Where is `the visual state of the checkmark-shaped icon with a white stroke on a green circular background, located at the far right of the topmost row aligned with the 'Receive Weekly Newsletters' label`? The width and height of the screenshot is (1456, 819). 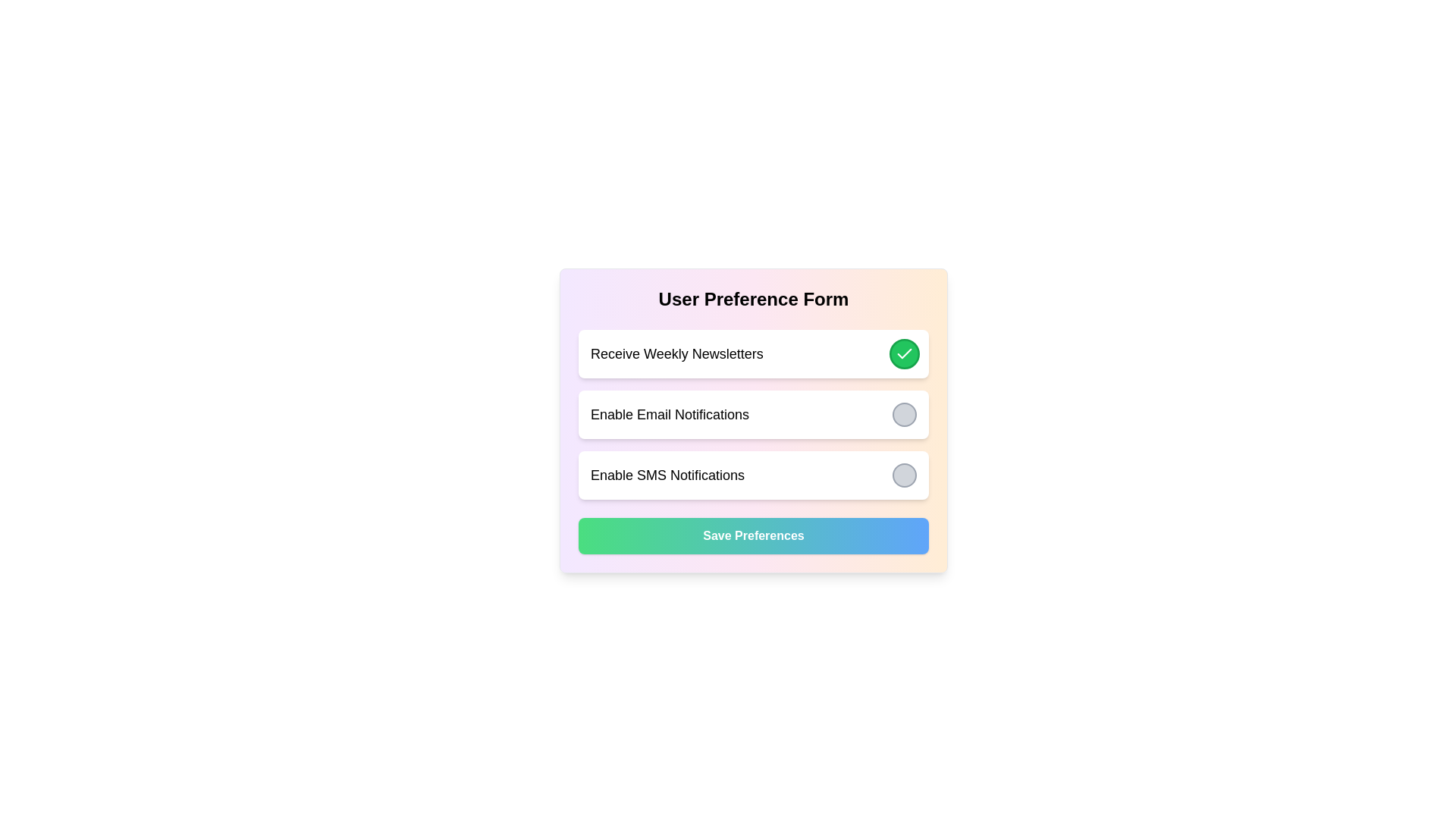 the visual state of the checkmark-shaped icon with a white stroke on a green circular background, located at the far right of the topmost row aligned with the 'Receive Weekly Newsletters' label is located at coordinates (905, 353).